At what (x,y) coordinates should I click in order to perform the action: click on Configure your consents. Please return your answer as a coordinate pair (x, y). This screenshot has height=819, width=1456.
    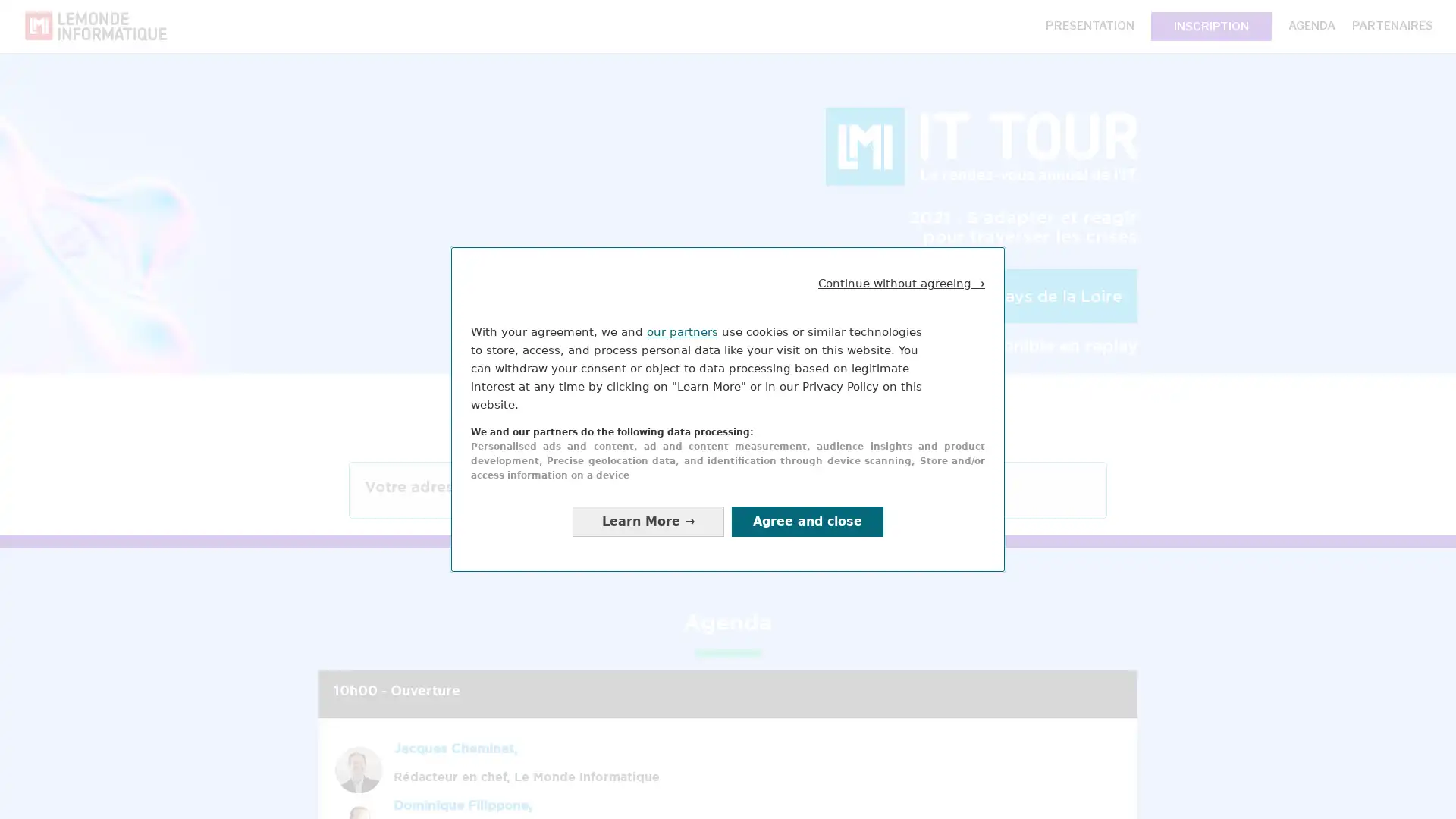
    Looking at the image, I should click on (648, 520).